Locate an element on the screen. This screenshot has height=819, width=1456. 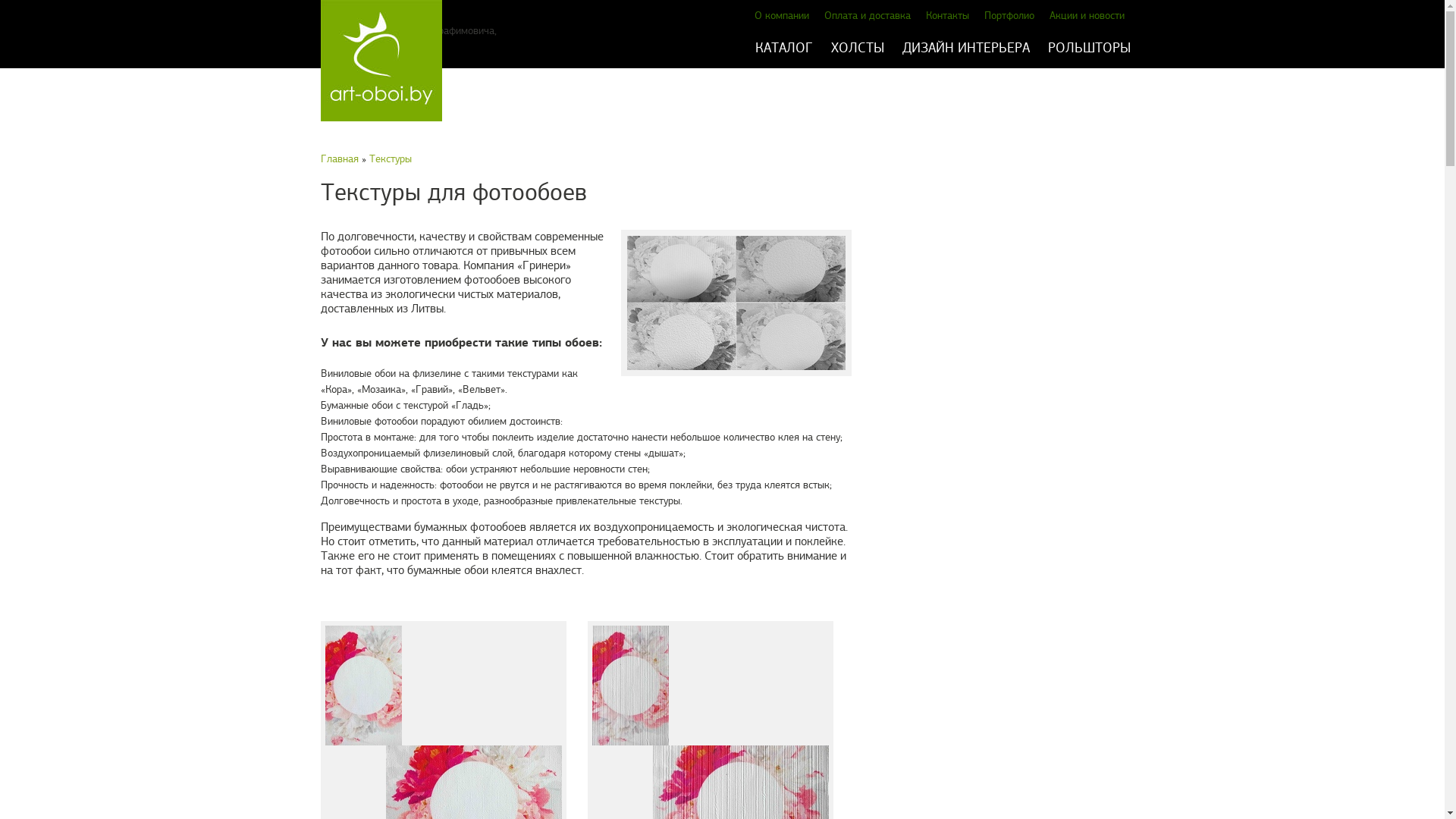
'+375 29 144 05 53' is located at coordinates (365, 30).